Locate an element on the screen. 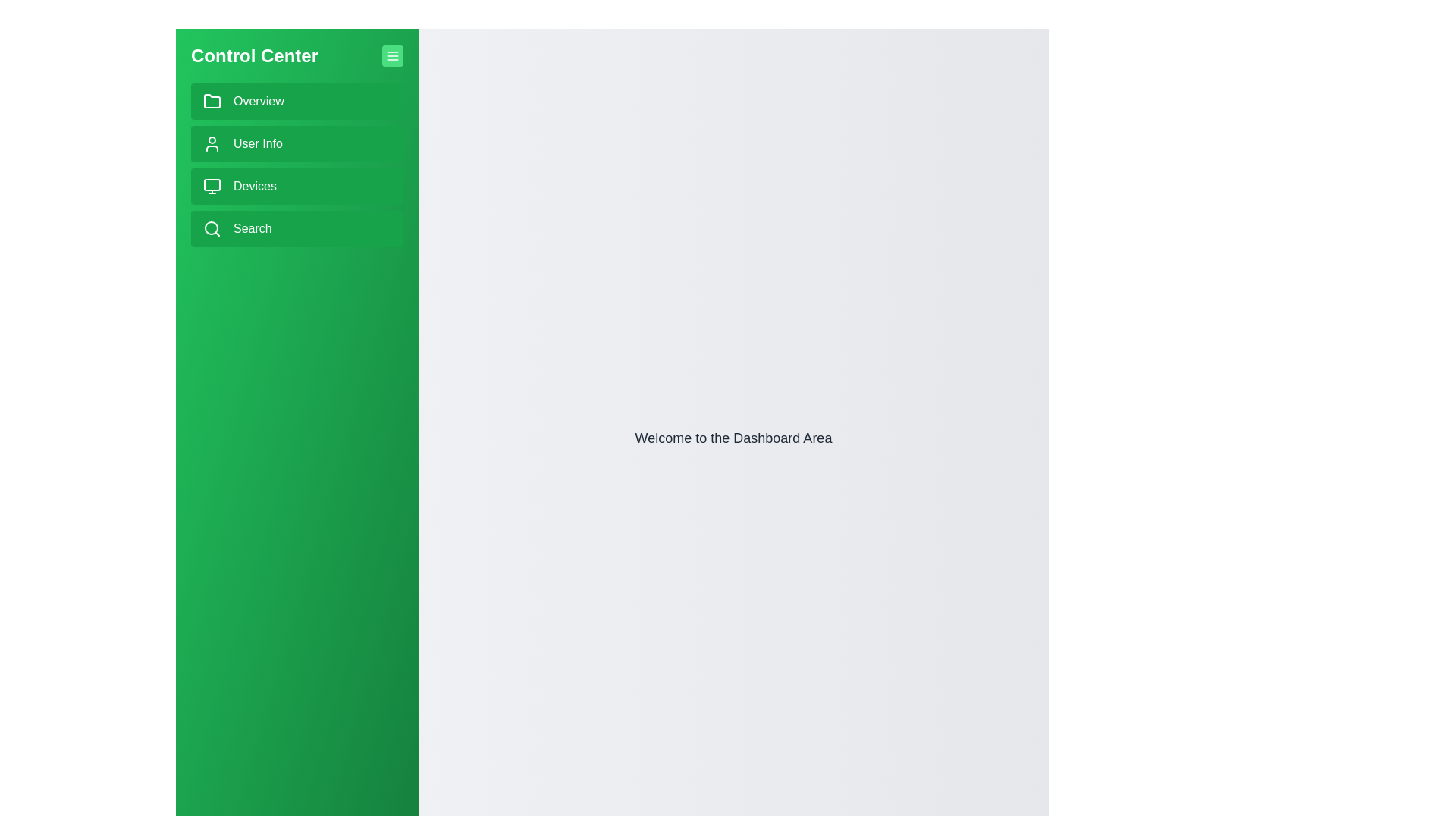  the 'User Info' button in the sidebar is located at coordinates (297, 143).